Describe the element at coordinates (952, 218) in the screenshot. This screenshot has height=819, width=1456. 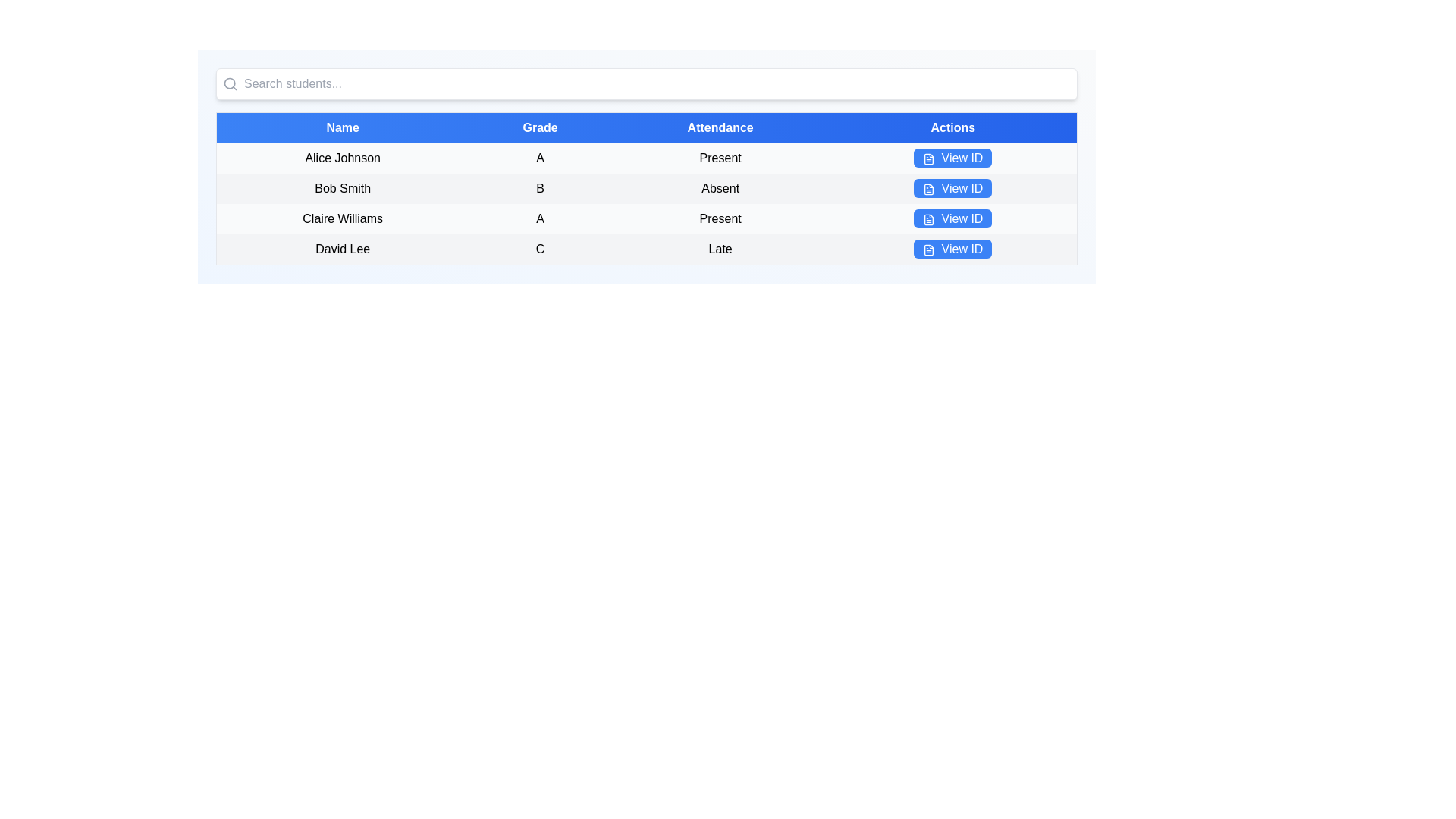
I see `the 'View ID' button with a blue background and white text located in the 'Actions' column for 'Claire Williams'` at that location.